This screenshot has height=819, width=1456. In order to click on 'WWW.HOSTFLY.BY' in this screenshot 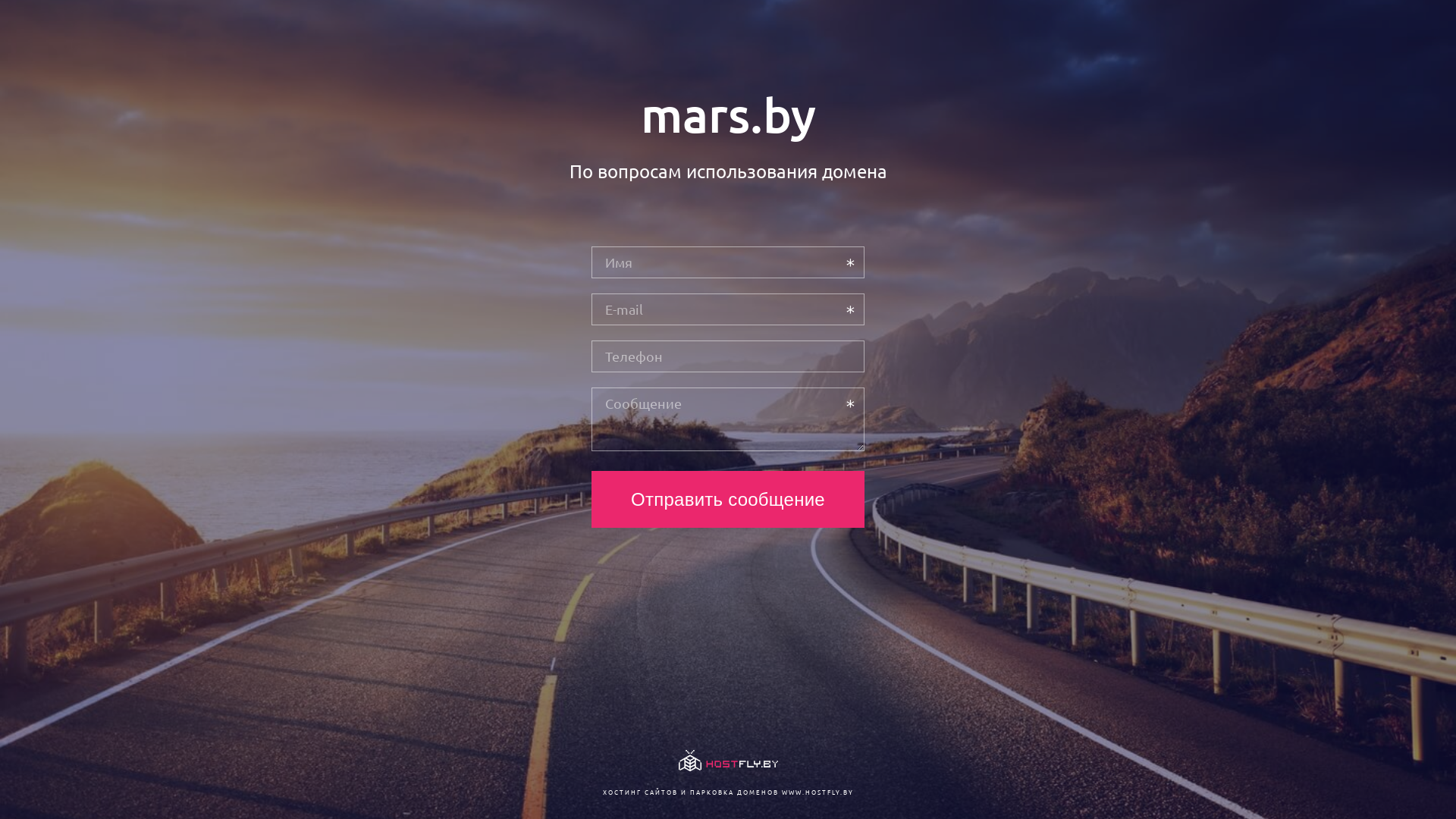, I will do `click(816, 791)`.